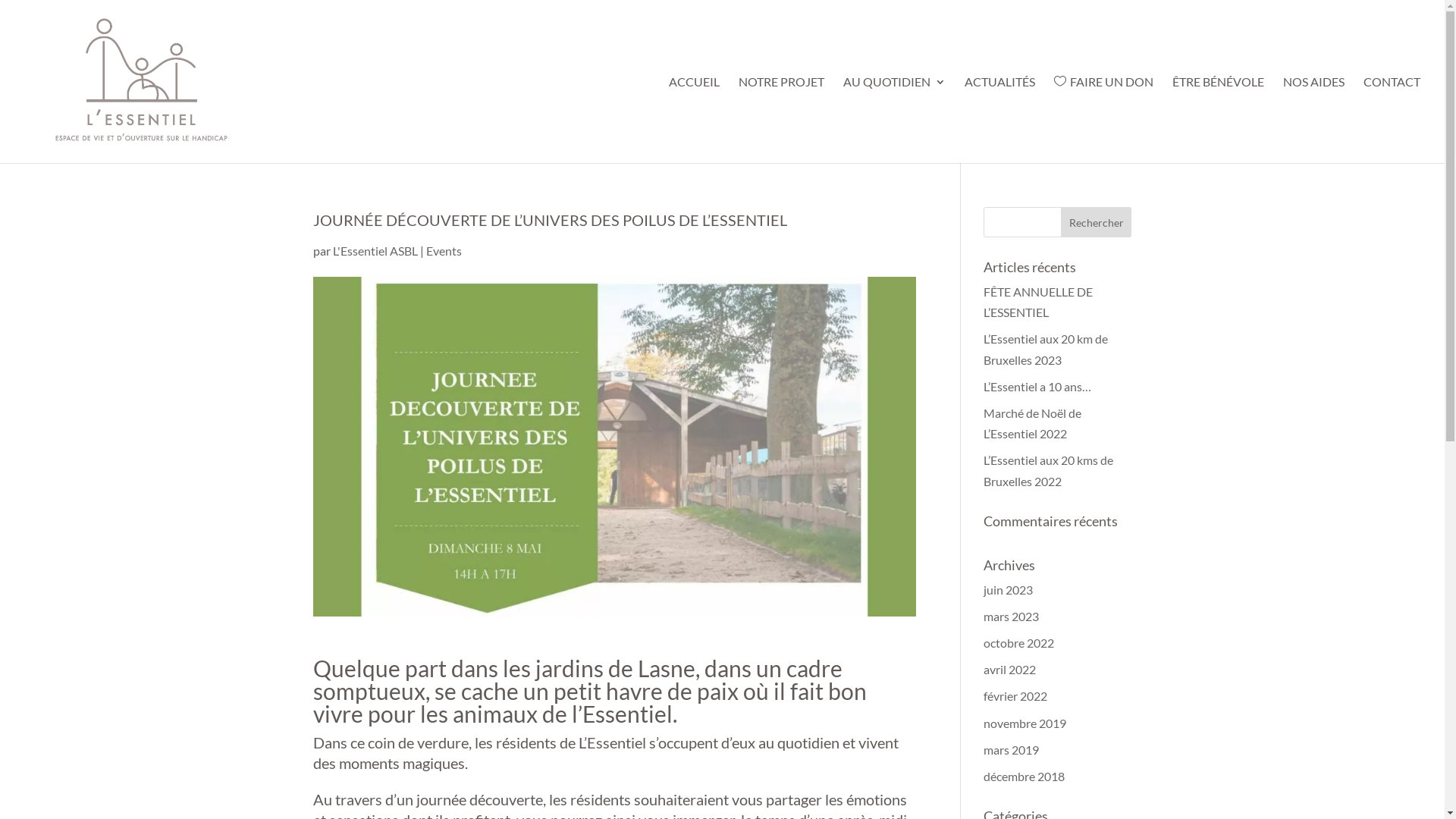  I want to click on 'CONTACT', so click(1363, 119).